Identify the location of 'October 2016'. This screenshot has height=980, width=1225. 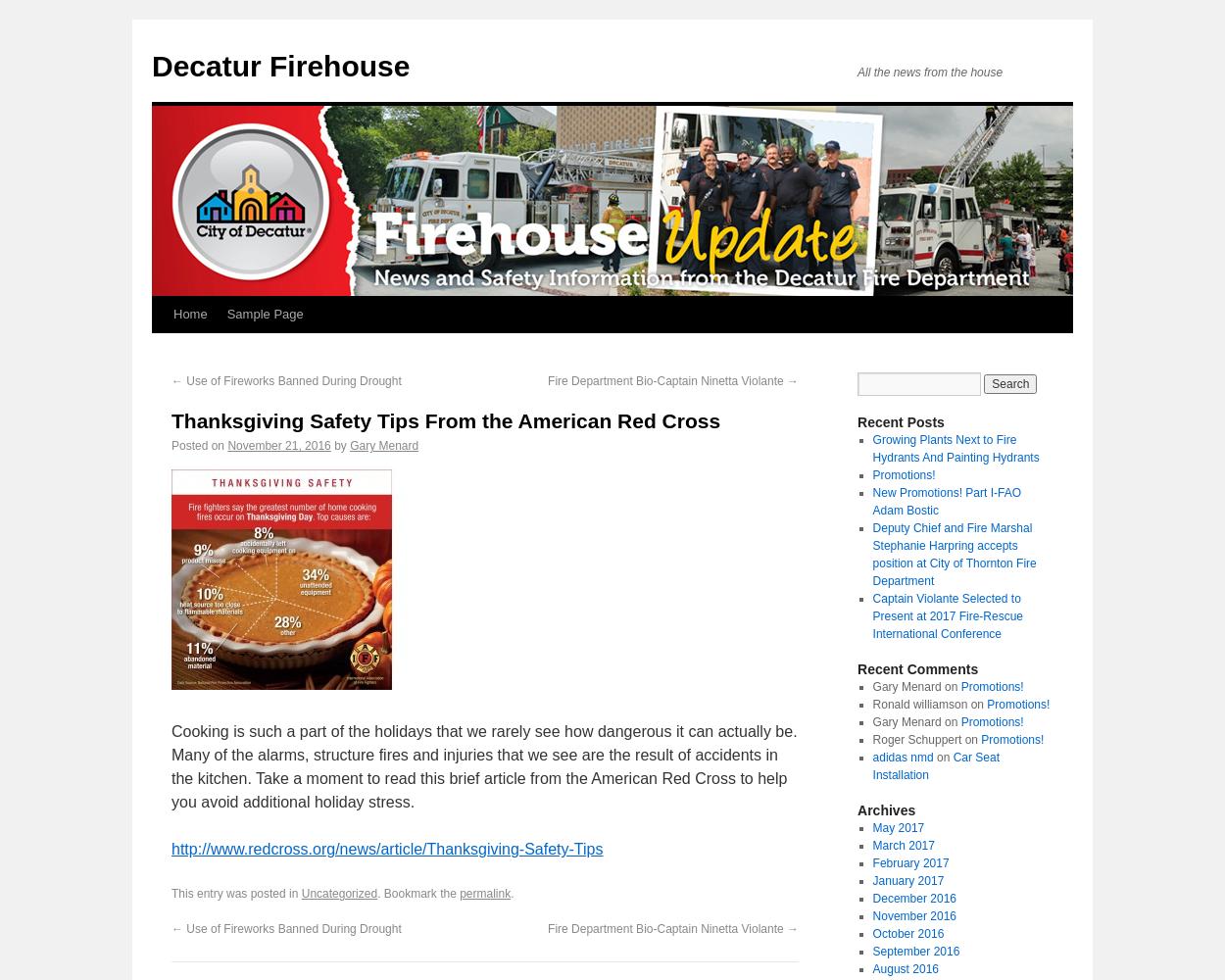
(907, 933).